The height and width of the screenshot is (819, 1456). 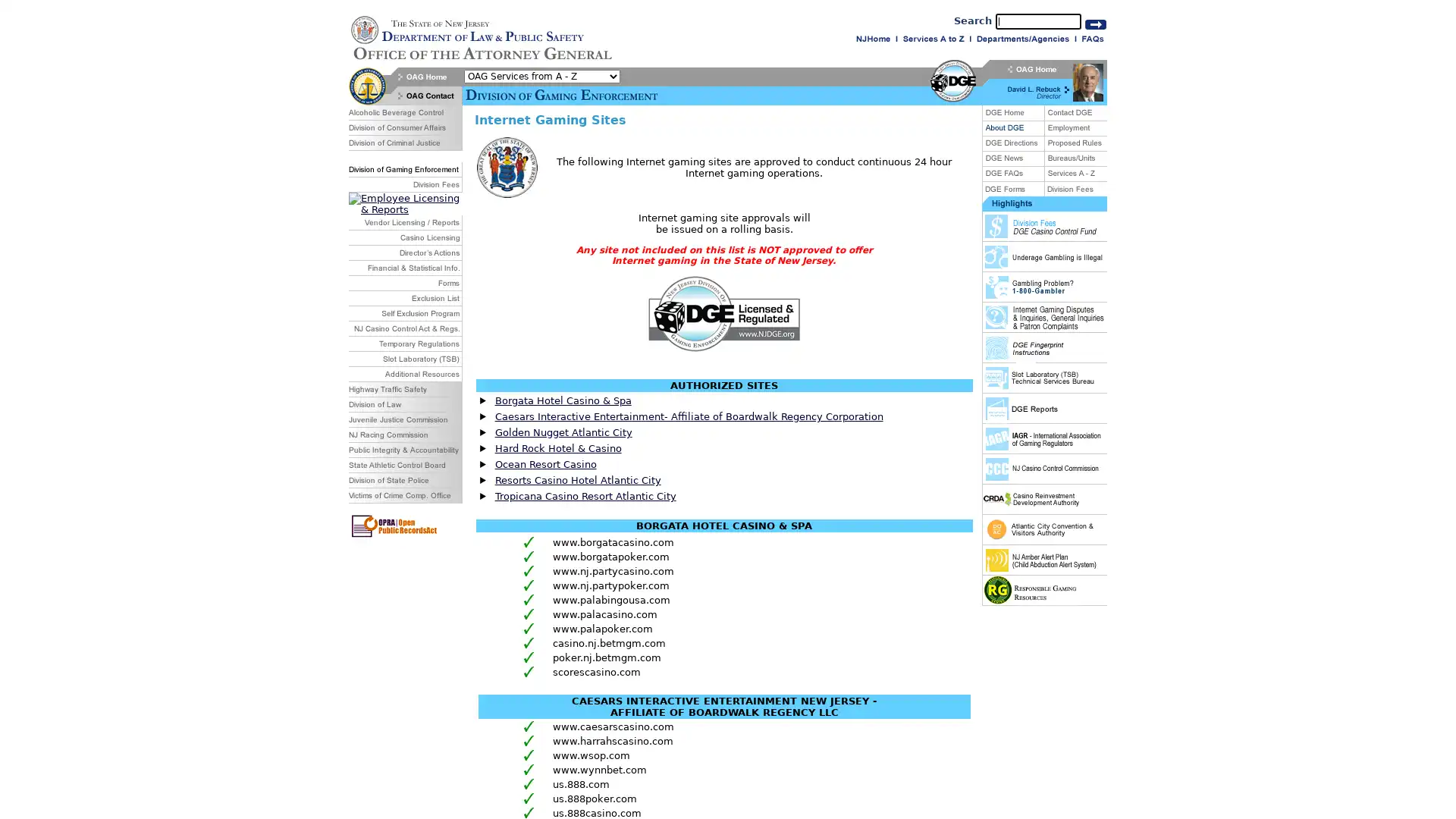 What do you see at coordinates (1095, 24) in the screenshot?
I see `submit search` at bounding box center [1095, 24].